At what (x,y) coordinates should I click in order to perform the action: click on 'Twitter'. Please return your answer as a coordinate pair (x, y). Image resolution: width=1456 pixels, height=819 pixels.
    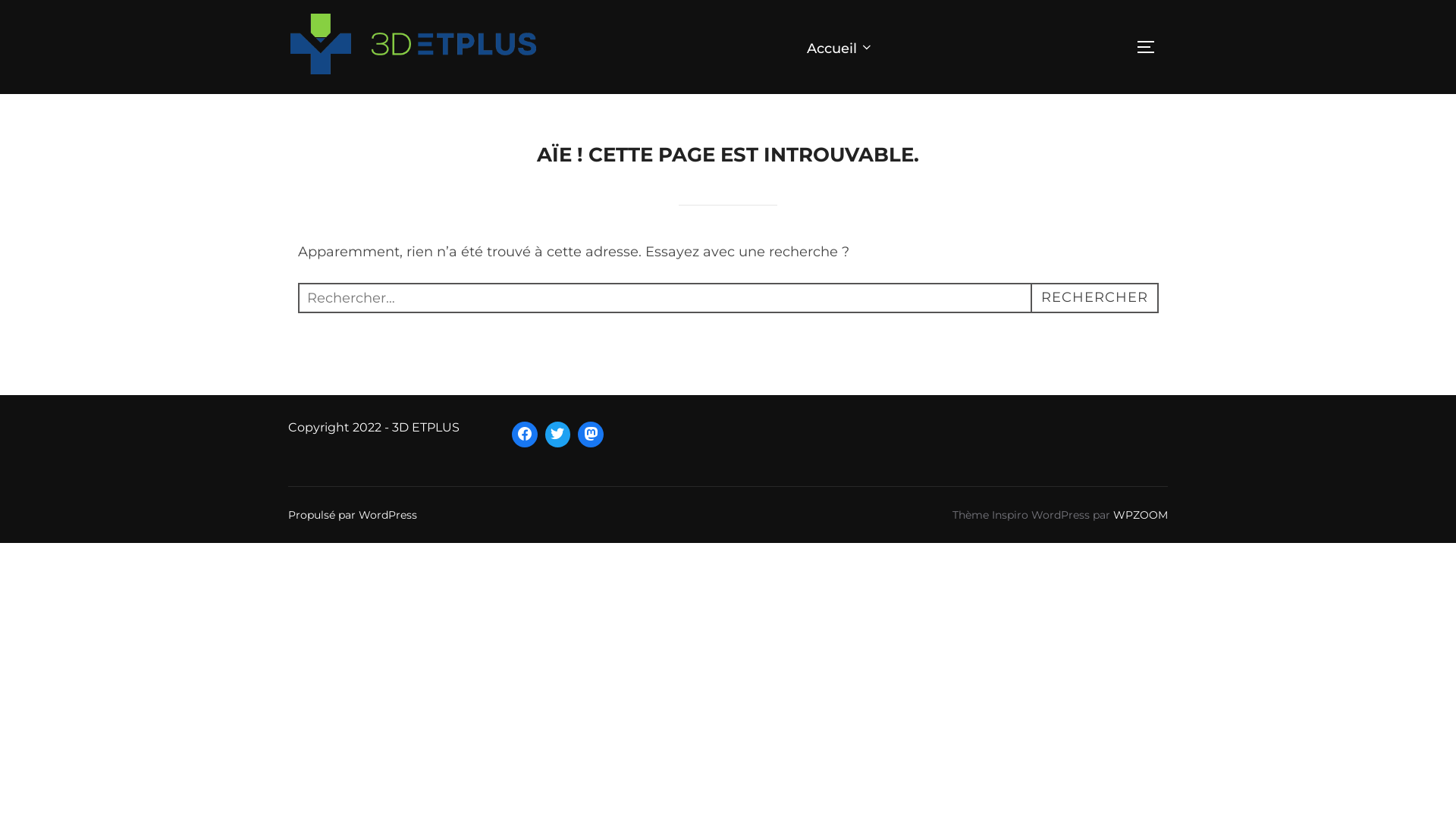
    Looking at the image, I should click on (557, 435).